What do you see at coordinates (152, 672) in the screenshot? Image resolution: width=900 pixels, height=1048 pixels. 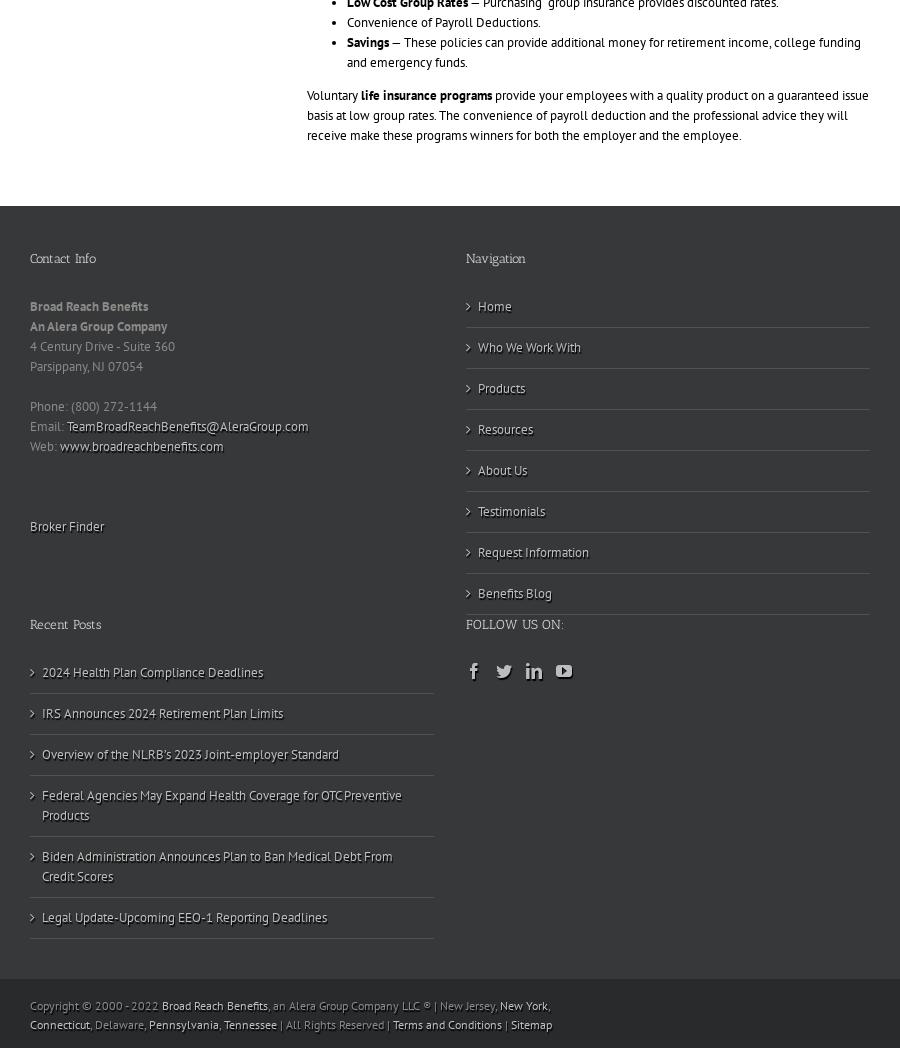 I see `'2024 Health Plan Compliance Deadlines'` at bounding box center [152, 672].